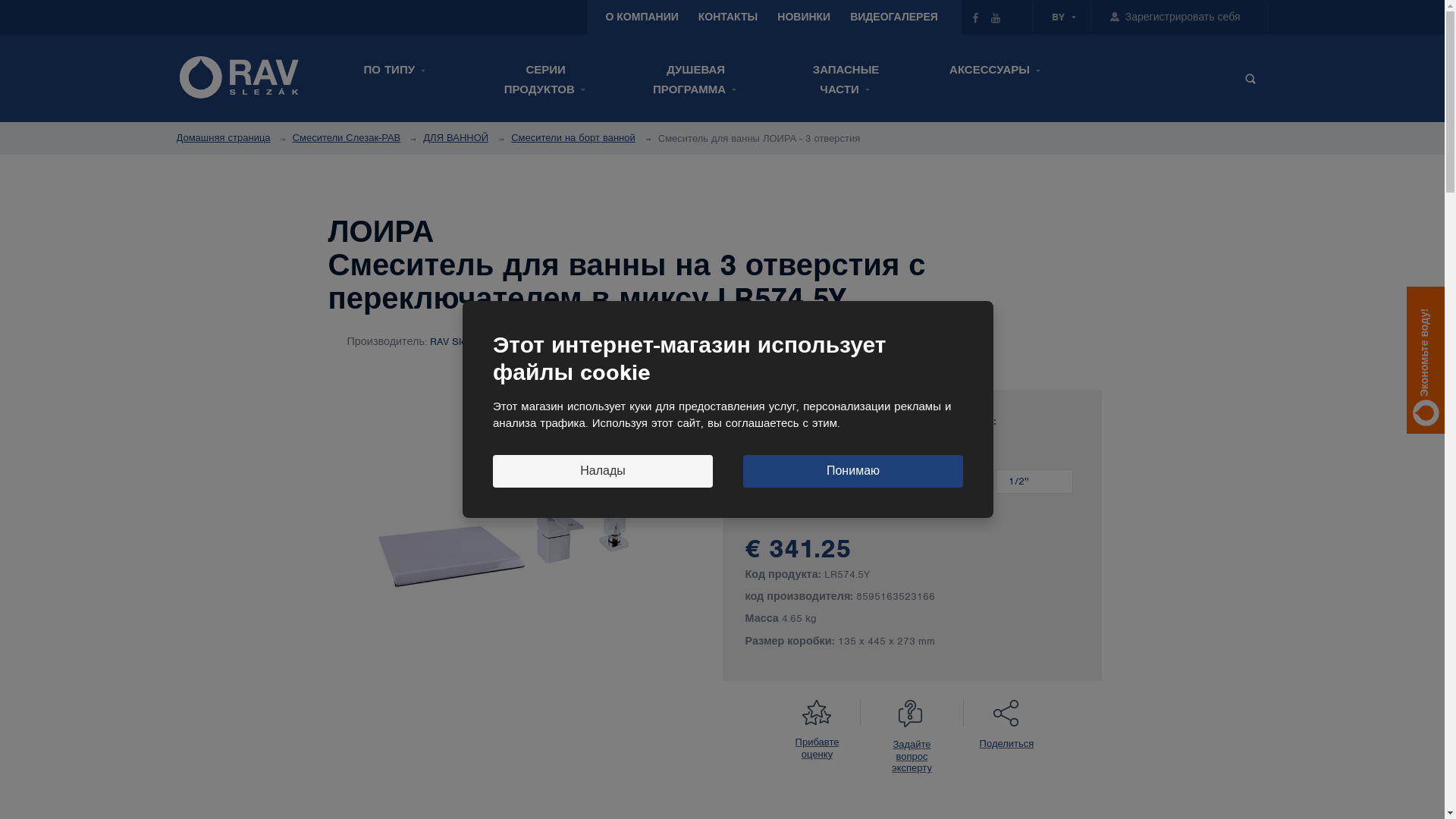 Image resolution: width=1456 pixels, height=819 pixels. Describe the element at coordinates (1051, 17) in the screenshot. I see `'BY'` at that location.